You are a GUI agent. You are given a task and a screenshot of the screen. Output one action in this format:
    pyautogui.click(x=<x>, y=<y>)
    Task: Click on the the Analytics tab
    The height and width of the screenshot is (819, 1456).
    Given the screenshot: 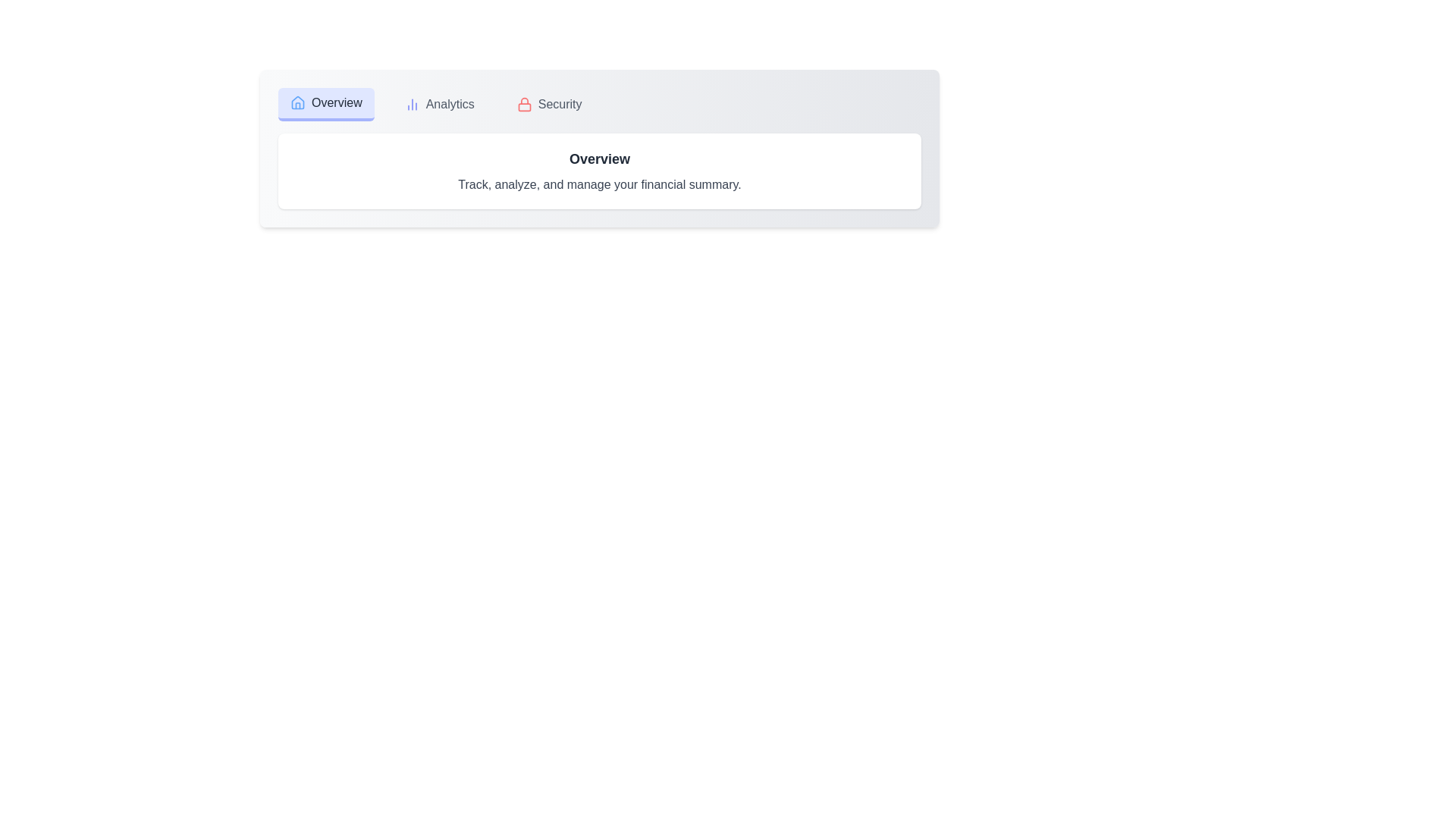 What is the action you would take?
    pyautogui.click(x=438, y=104)
    